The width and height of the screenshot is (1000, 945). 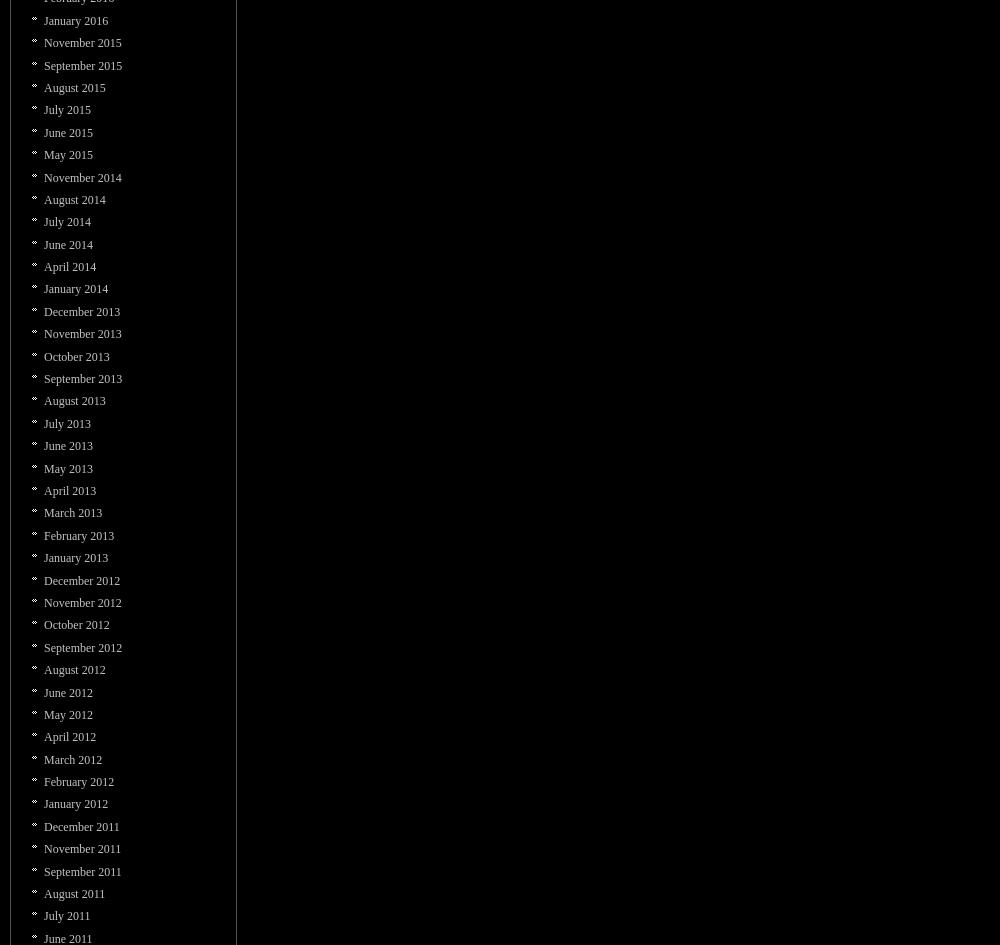 I want to click on 'May 2015', so click(x=67, y=154).